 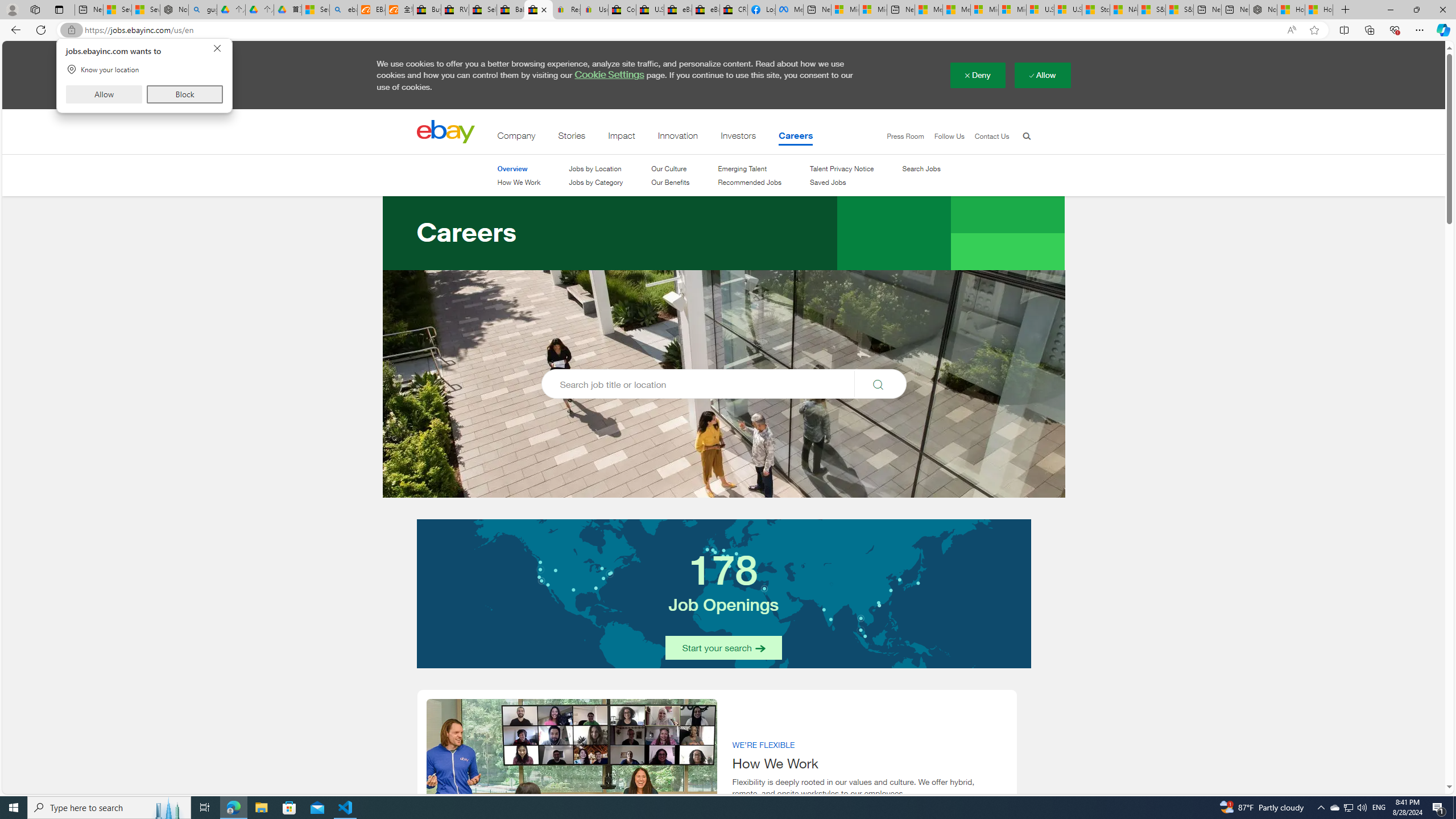 What do you see at coordinates (739, 138) in the screenshot?
I see `'Investors'` at bounding box center [739, 138].